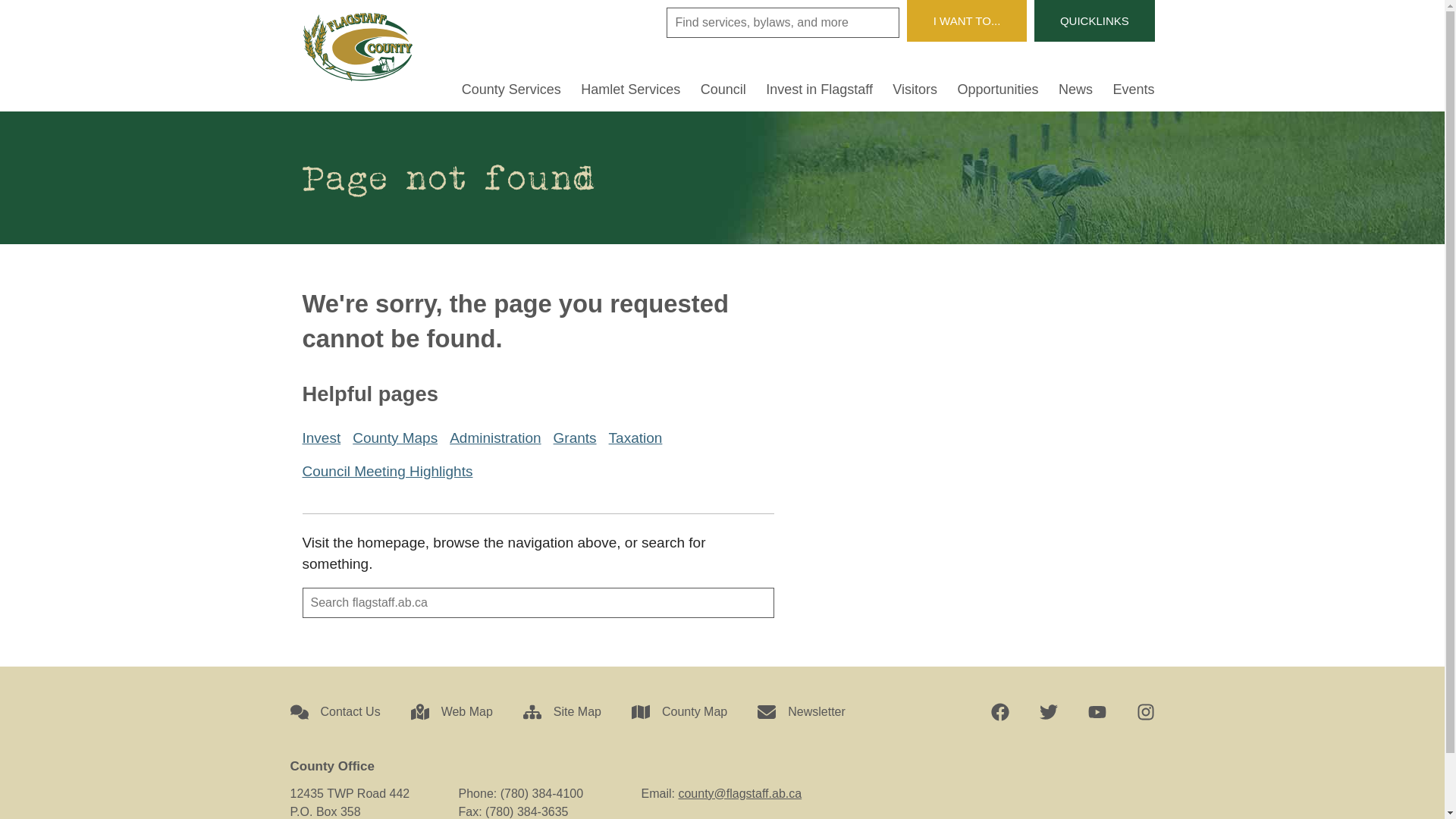  Describe the element at coordinates (700, 93) in the screenshot. I see `'Council'` at that location.